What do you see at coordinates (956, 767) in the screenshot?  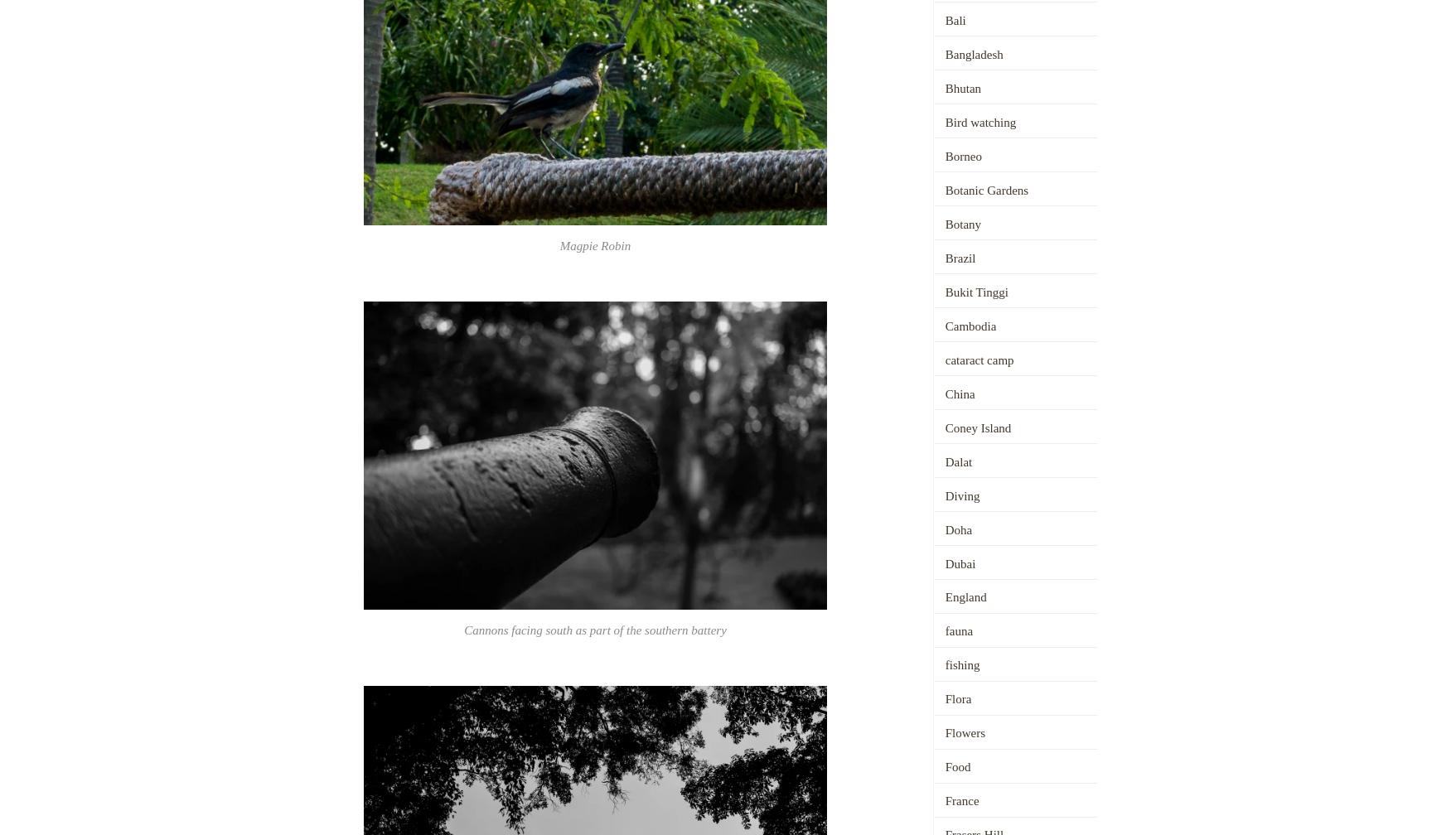 I see `'Food'` at bounding box center [956, 767].